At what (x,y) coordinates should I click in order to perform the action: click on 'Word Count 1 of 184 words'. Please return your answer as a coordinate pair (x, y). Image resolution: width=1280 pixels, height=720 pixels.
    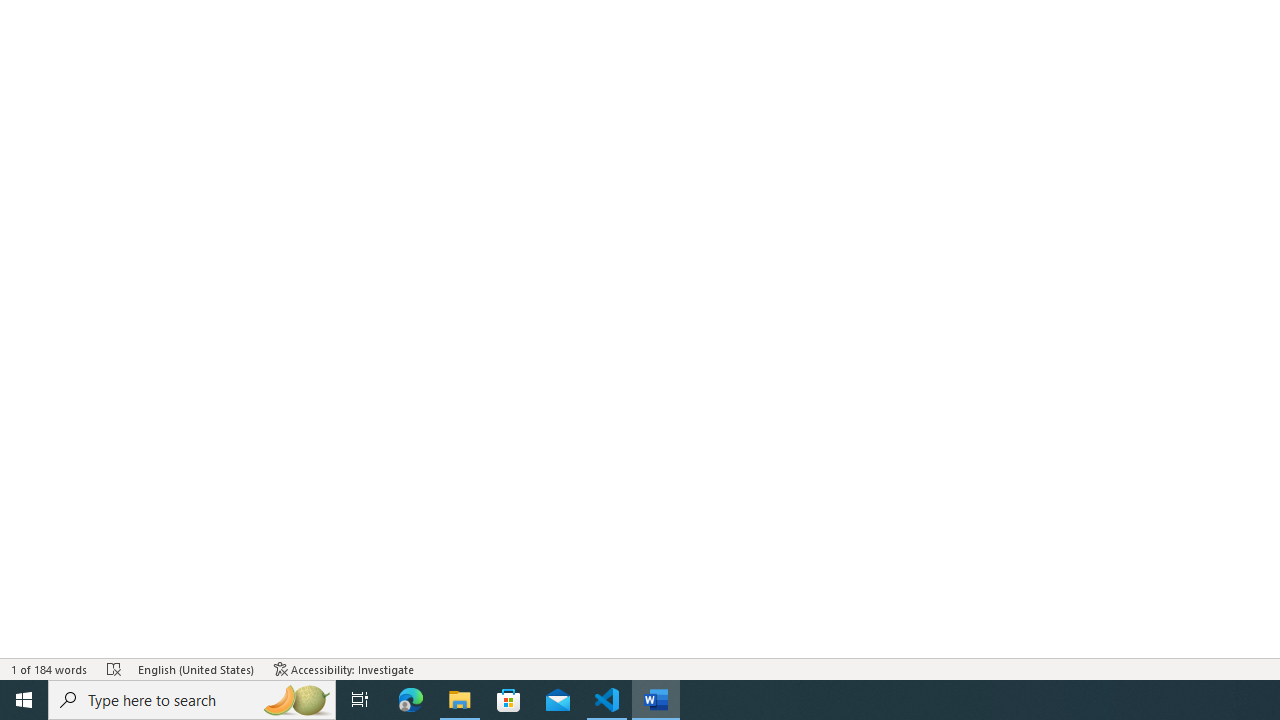
    Looking at the image, I should click on (49, 669).